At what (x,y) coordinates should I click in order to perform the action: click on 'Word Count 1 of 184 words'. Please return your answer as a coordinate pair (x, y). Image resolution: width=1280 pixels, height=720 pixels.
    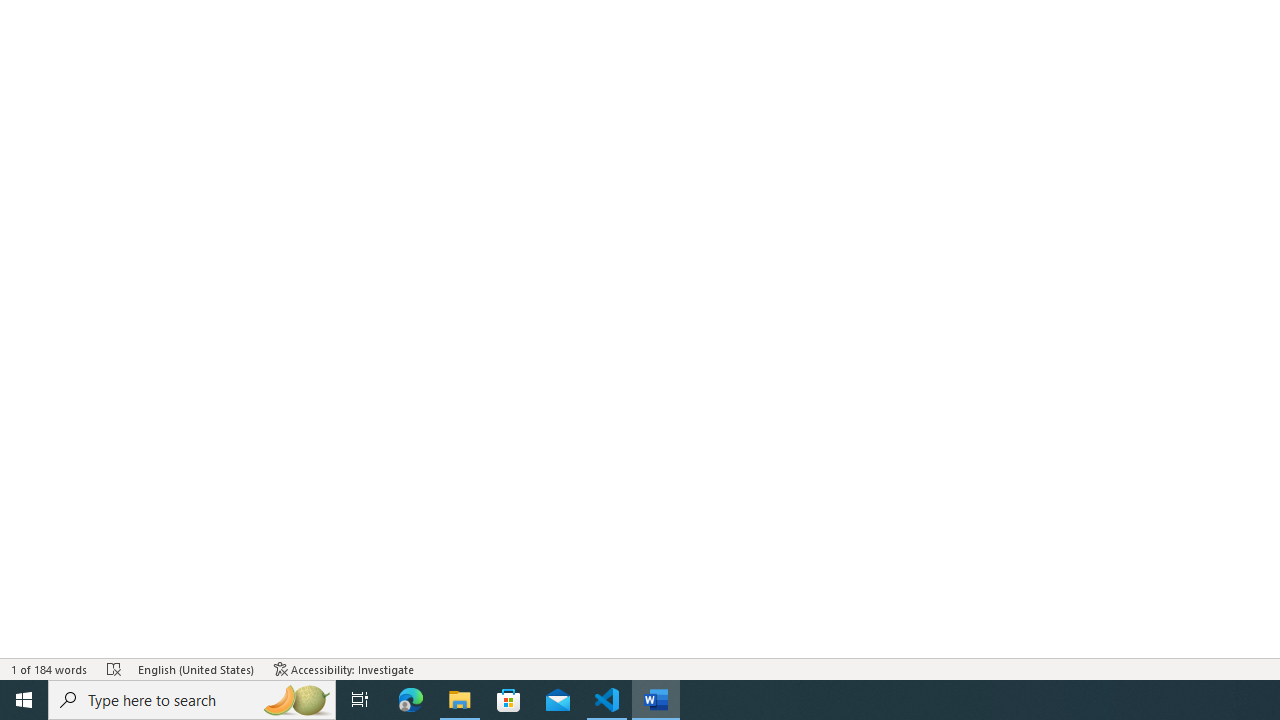
    Looking at the image, I should click on (49, 669).